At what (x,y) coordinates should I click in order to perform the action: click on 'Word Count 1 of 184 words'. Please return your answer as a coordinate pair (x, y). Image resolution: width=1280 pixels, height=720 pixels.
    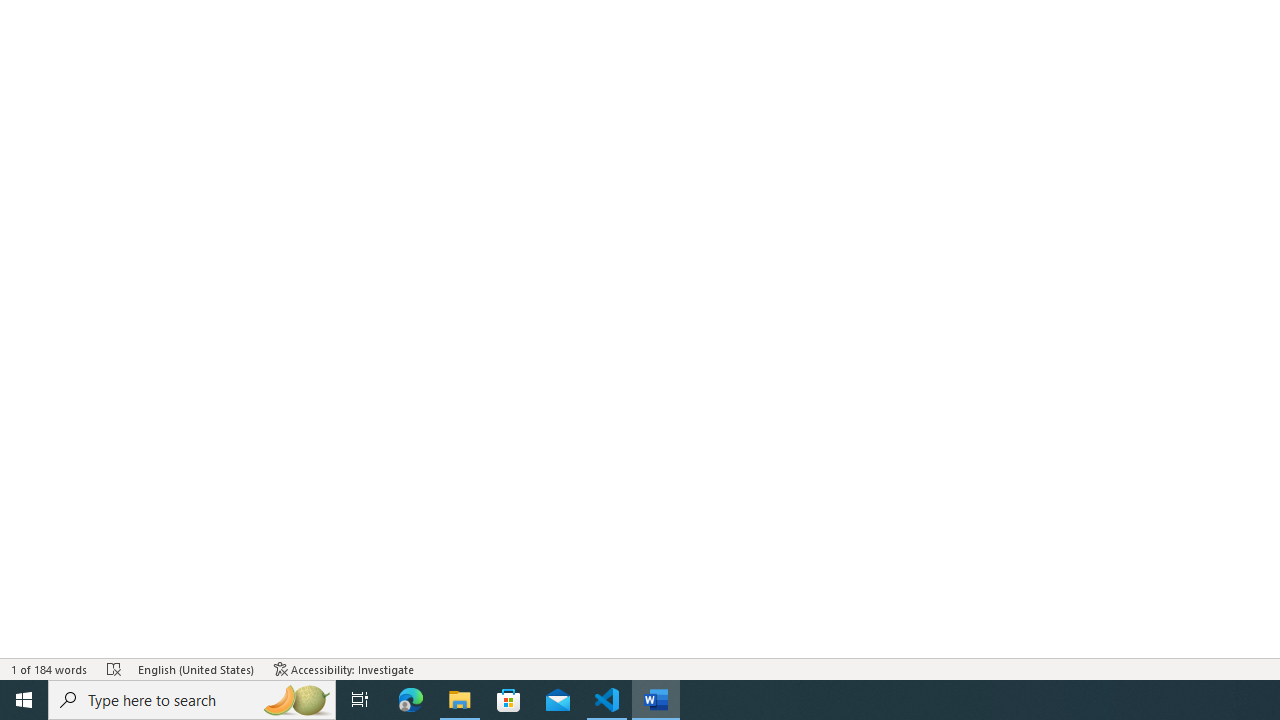
    Looking at the image, I should click on (49, 669).